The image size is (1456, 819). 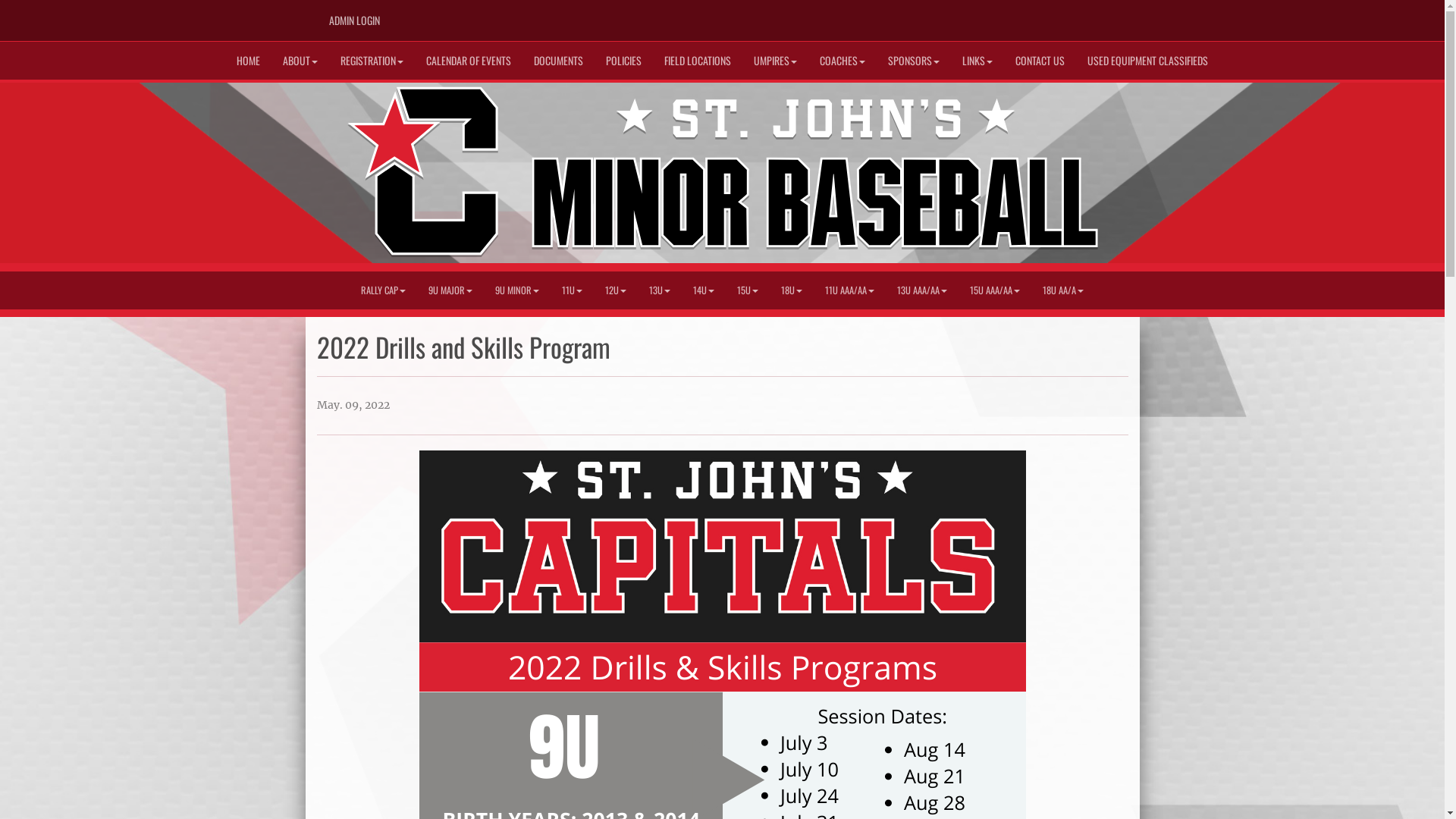 I want to click on 'HOME', so click(x=248, y=60).